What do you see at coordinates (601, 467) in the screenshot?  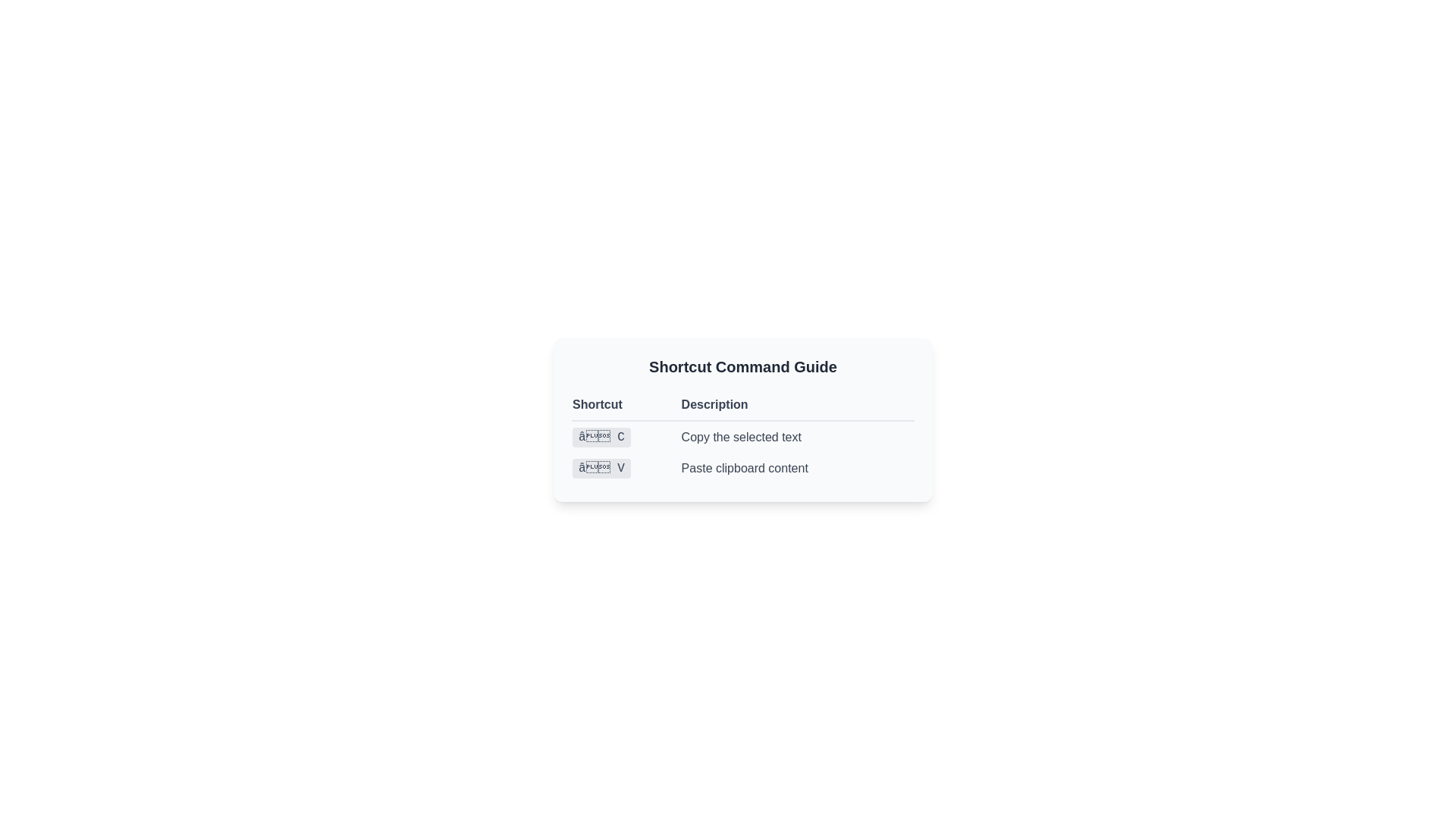 I see `the static text element that visually indicates the Paste command, located below the 'â⌘ C' element in the shortcut command guide` at bounding box center [601, 467].